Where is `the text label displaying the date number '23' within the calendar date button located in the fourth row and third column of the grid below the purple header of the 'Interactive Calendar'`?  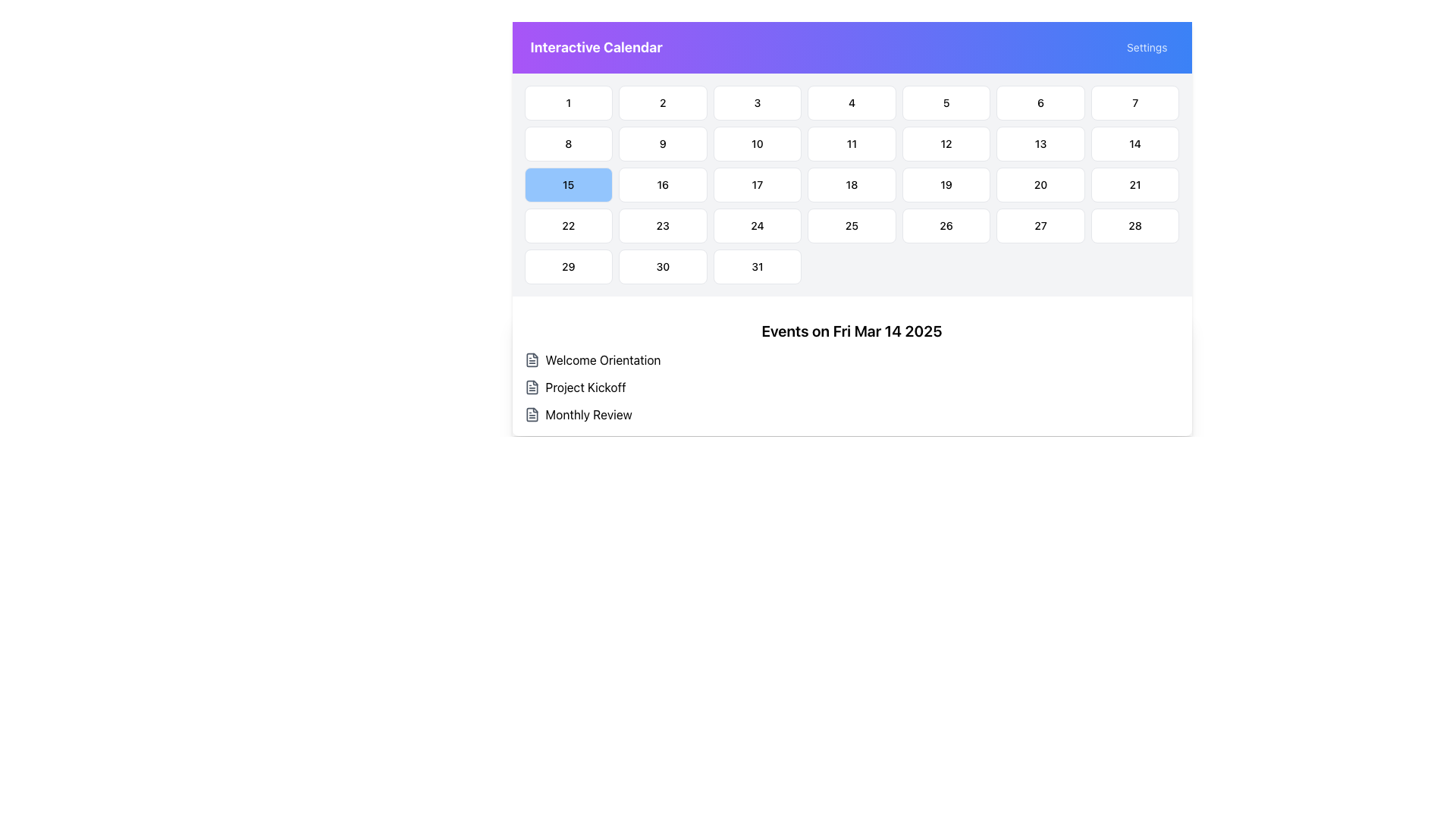 the text label displaying the date number '23' within the calendar date button located in the fourth row and third column of the grid below the purple header of the 'Interactive Calendar' is located at coordinates (663, 225).